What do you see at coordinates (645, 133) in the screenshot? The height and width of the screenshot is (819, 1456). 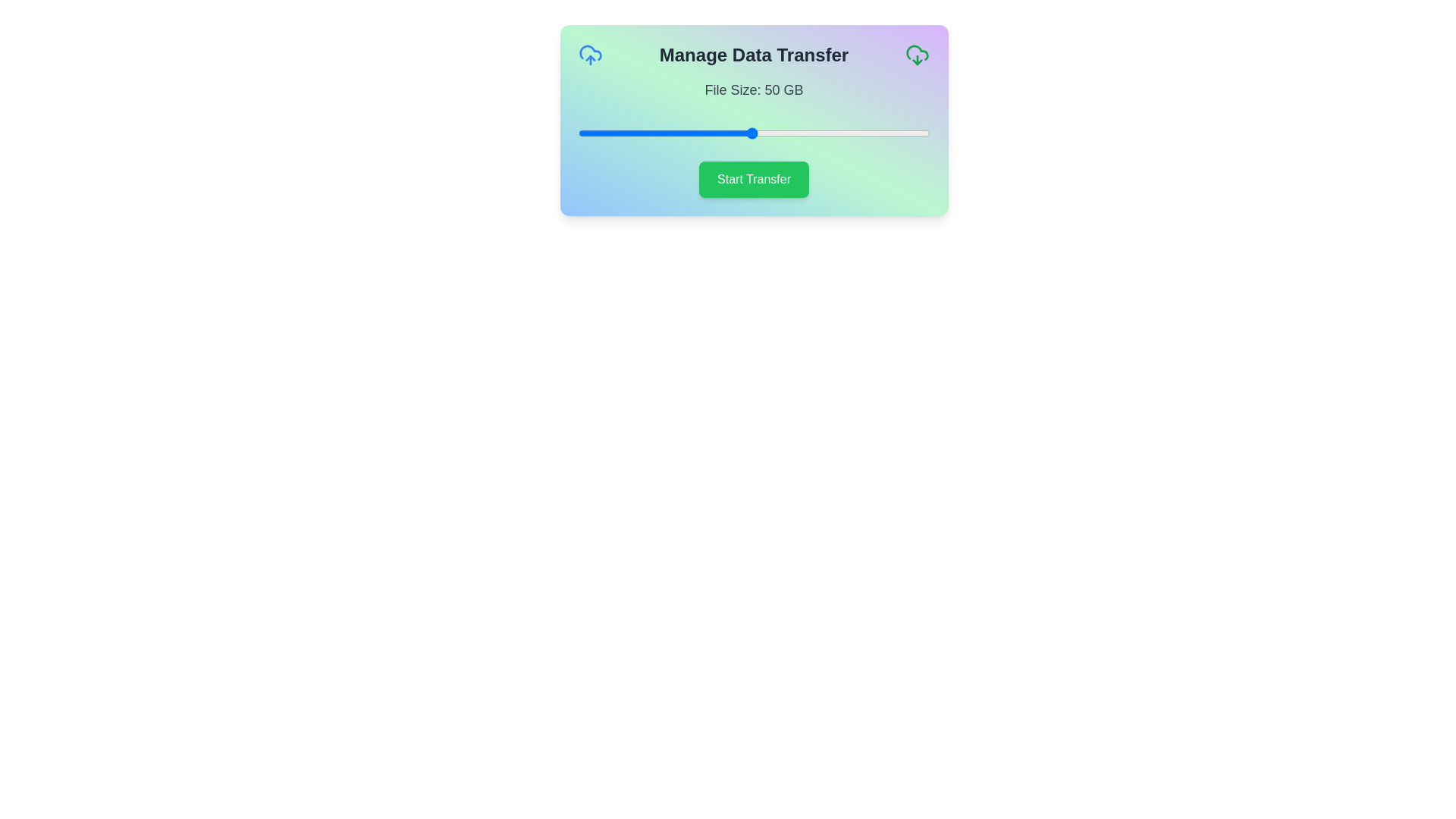 I see `the slider to set the file size to 20 GB` at bounding box center [645, 133].